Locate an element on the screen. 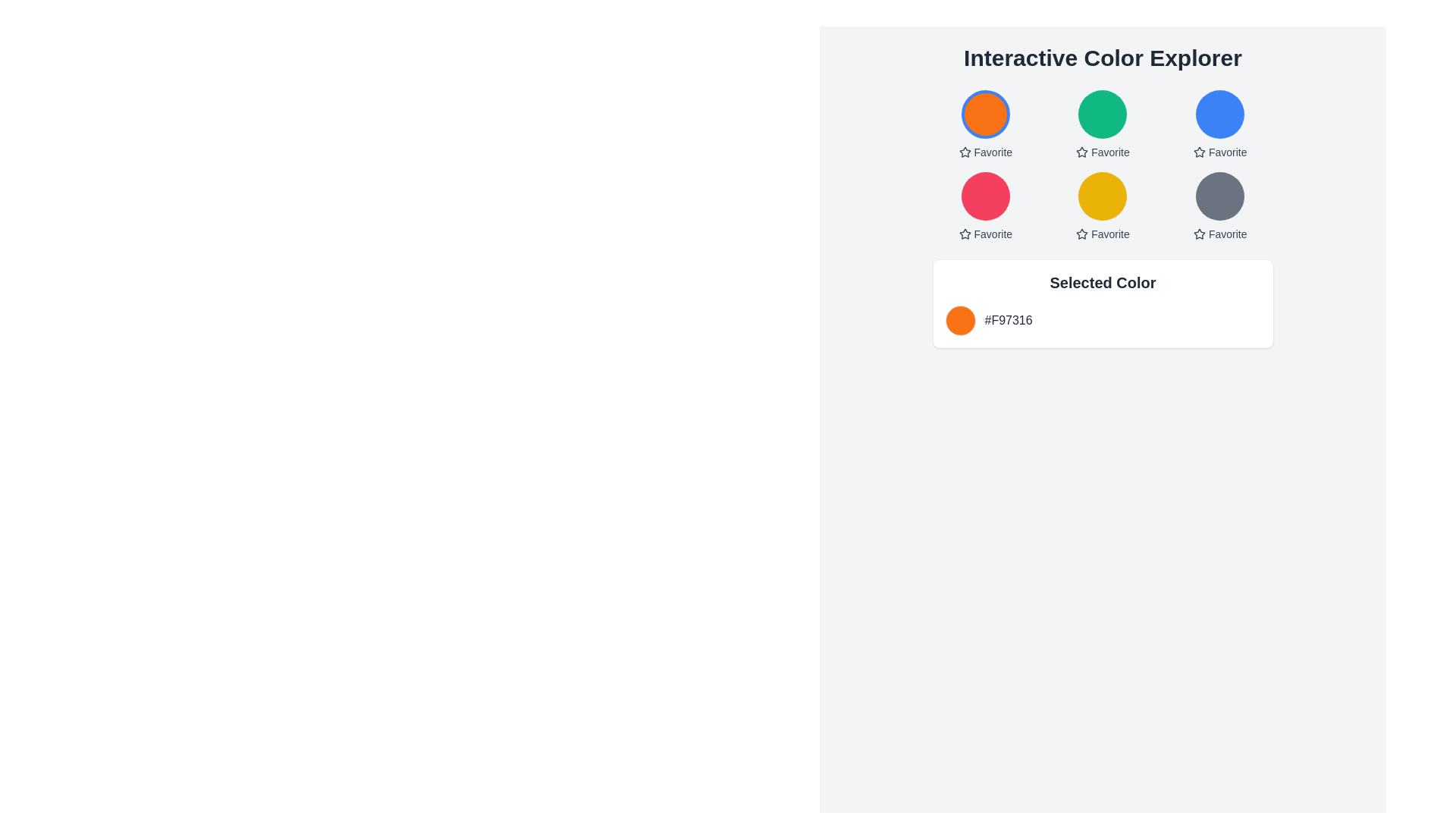 The height and width of the screenshot is (819, 1456). the circular yellow button labeled 'Favorite' to mark it as favorite is located at coordinates (1103, 207).